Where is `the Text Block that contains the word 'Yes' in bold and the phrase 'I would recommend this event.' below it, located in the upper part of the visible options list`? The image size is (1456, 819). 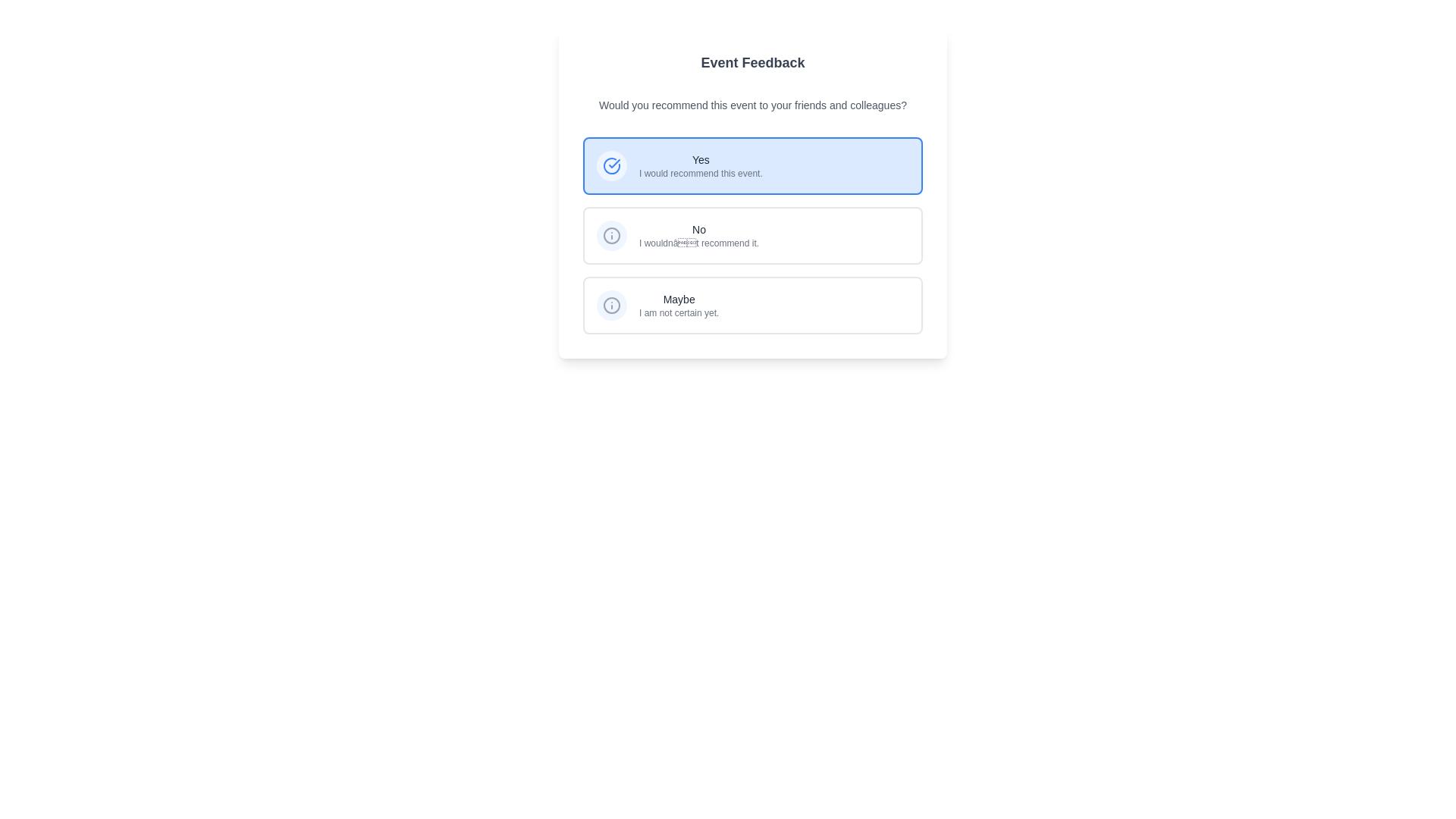
the Text Block that contains the word 'Yes' in bold and the phrase 'I would recommend this event.' below it, located in the upper part of the visible options list is located at coordinates (700, 166).